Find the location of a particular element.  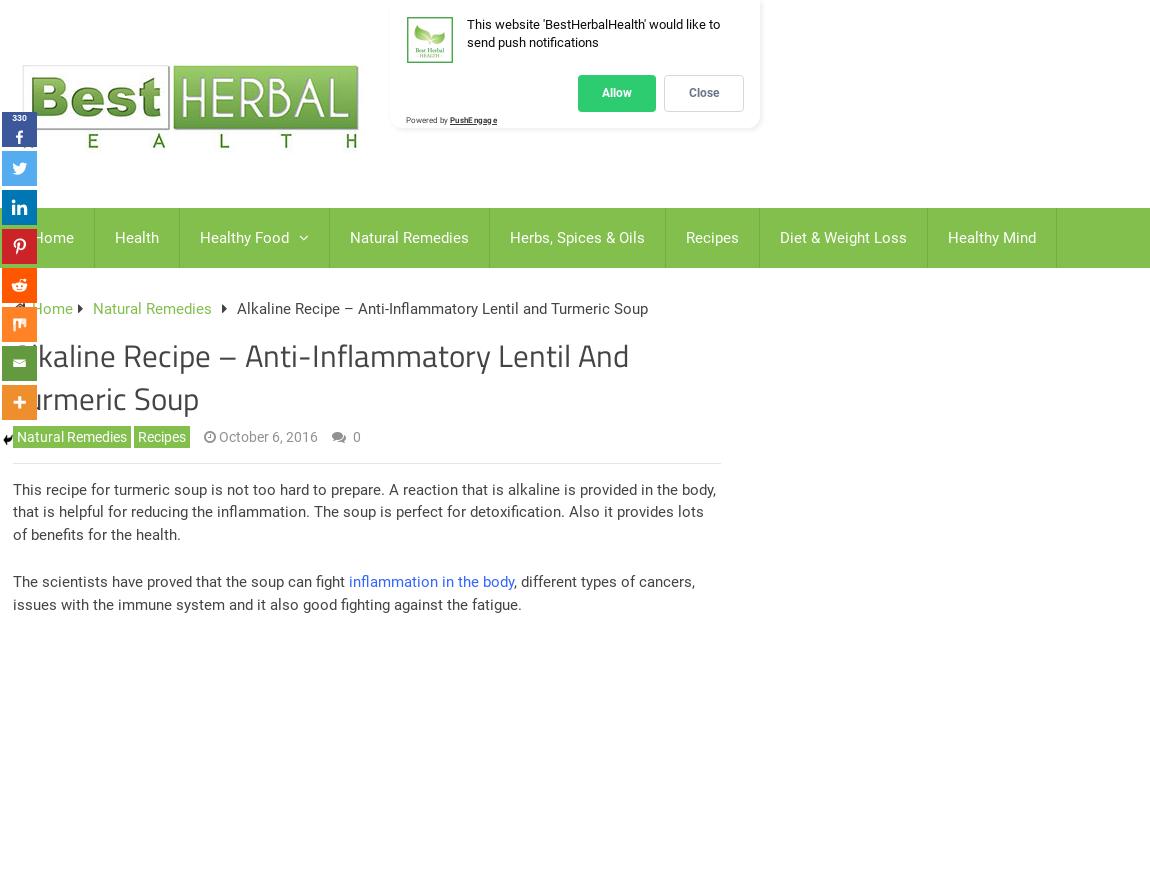

'Close' is located at coordinates (703, 92).